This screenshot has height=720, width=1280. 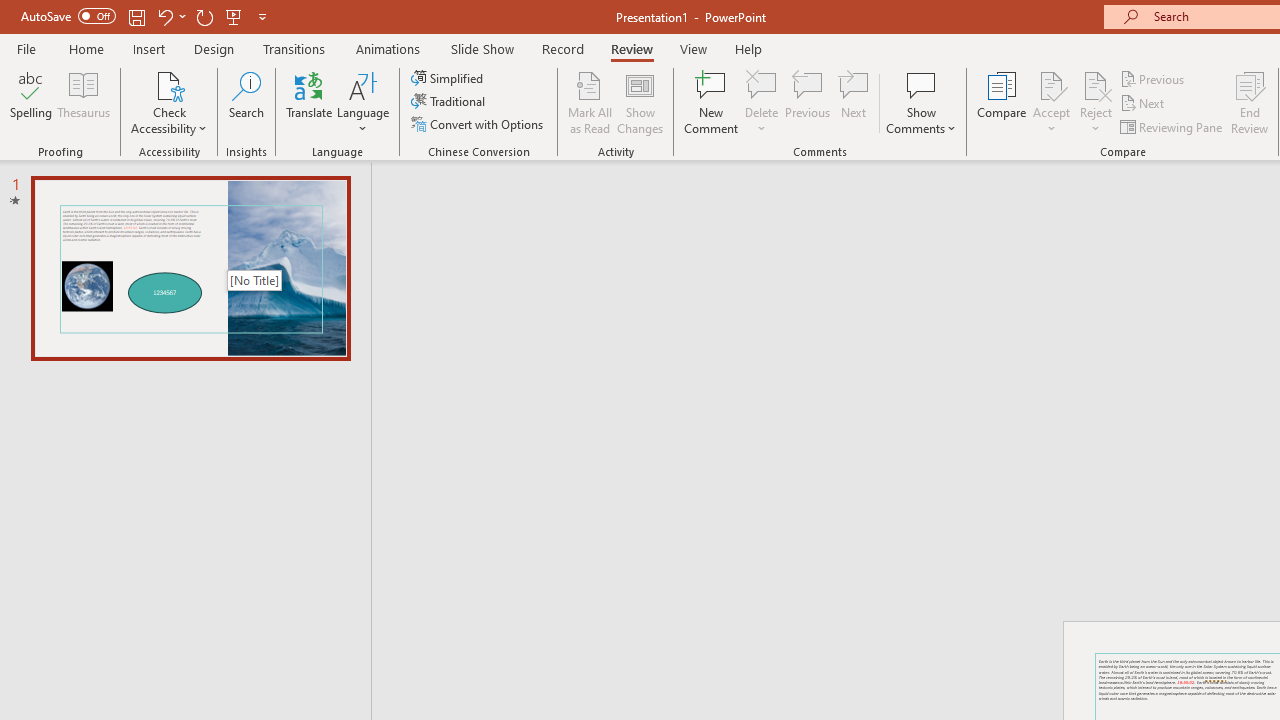 What do you see at coordinates (1002, 103) in the screenshot?
I see `'Compare'` at bounding box center [1002, 103].